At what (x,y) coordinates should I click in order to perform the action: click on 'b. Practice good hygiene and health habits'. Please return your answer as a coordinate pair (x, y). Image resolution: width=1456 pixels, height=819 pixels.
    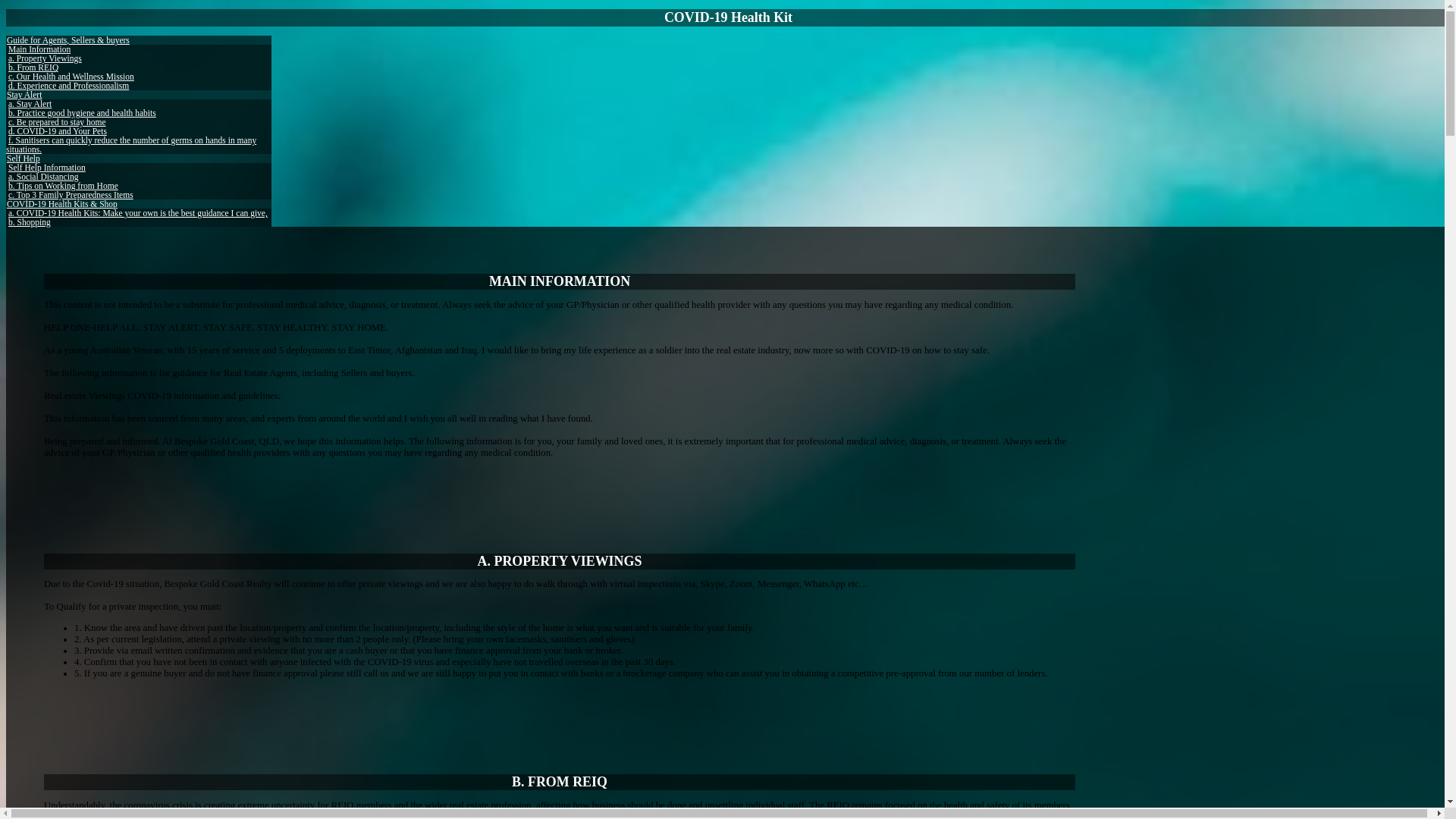
    Looking at the image, I should click on (81, 112).